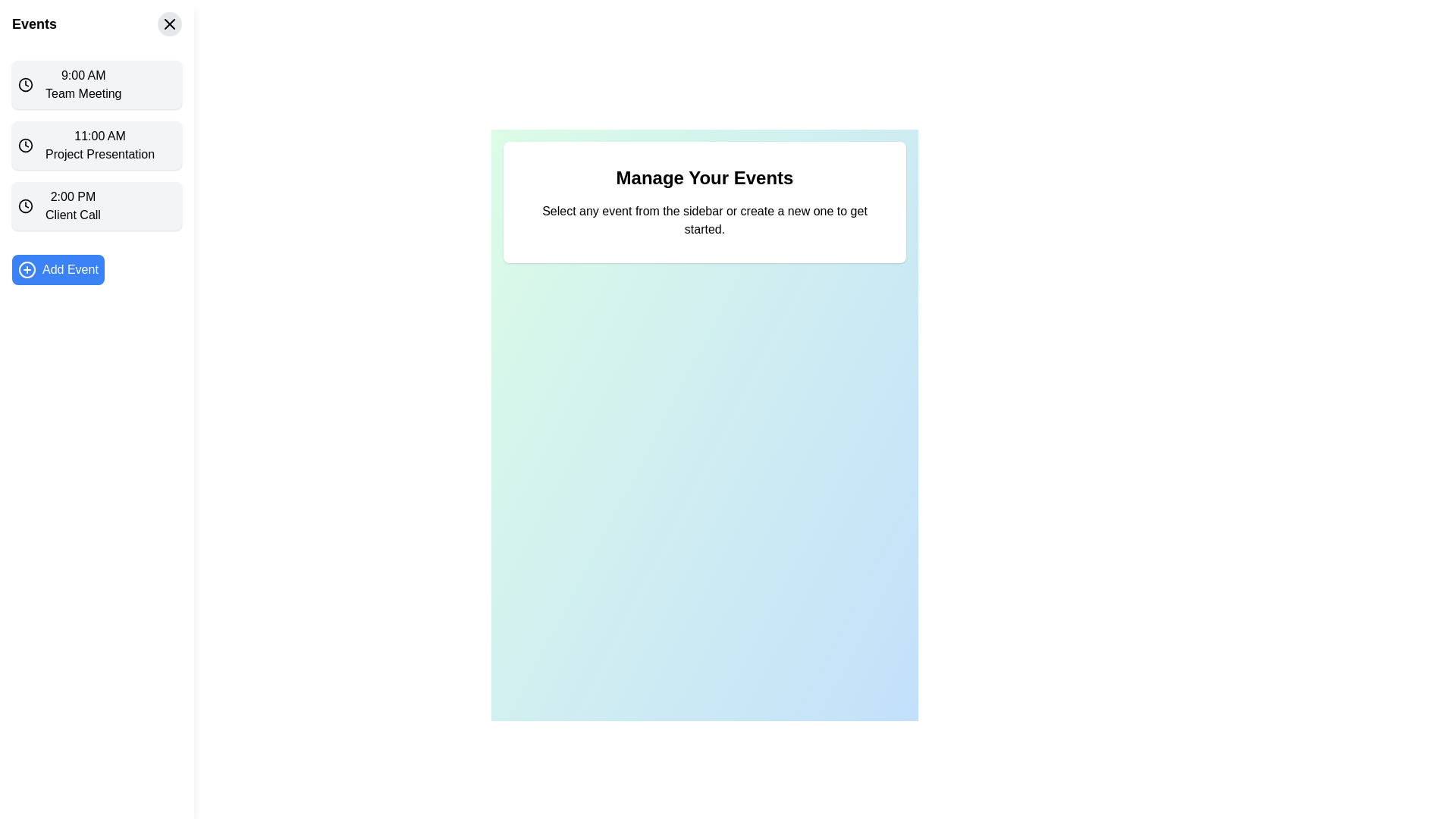  What do you see at coordinates (25, 146) in the screenshot?
I see `the Circular SVG graphical element that is part of the clock icon in the left sidebar, next to '11:00 AM Project Presentation'` at bounding box center [25, 146].